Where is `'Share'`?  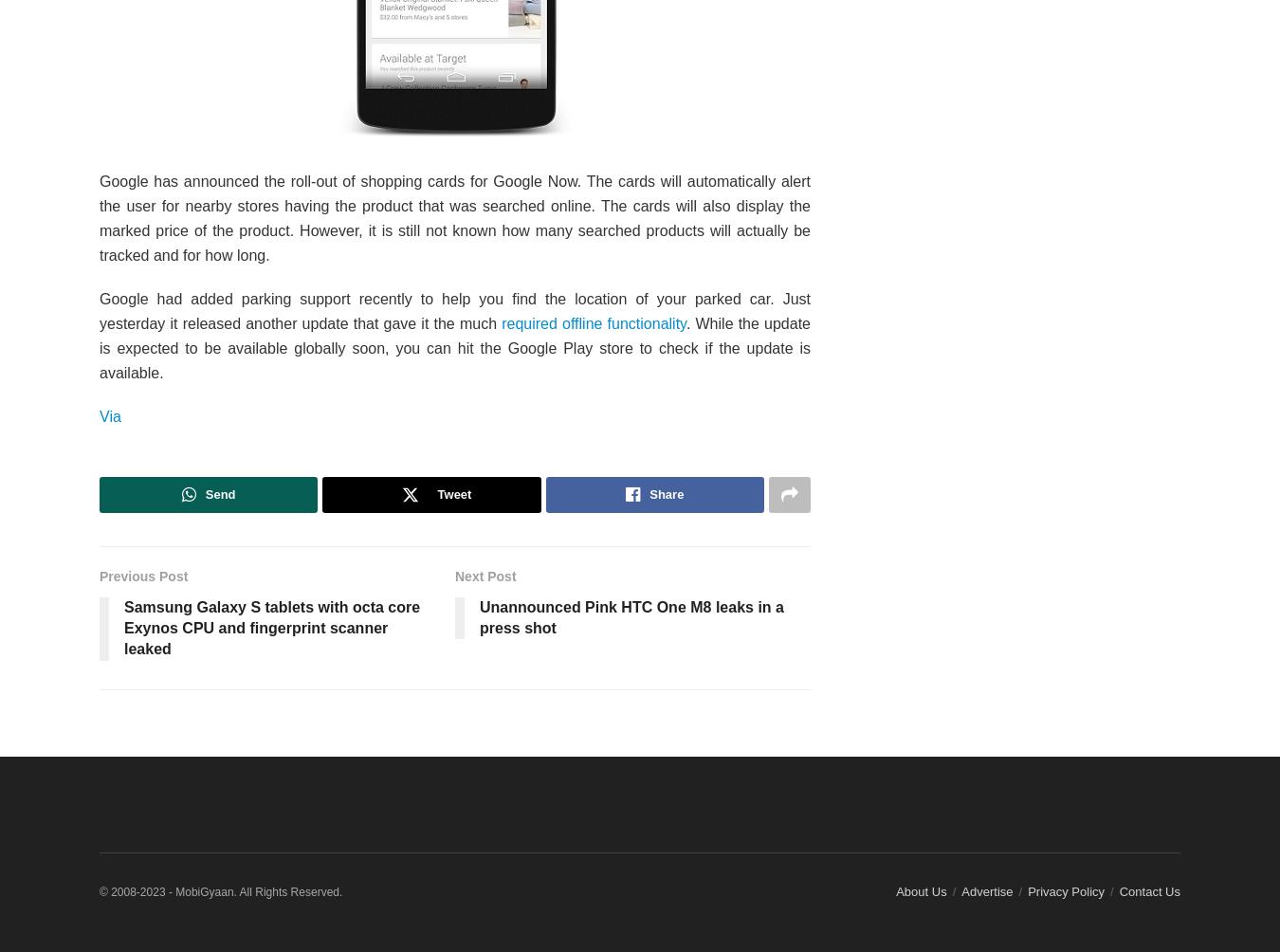
'Share' is located at coordinates (665, 494).